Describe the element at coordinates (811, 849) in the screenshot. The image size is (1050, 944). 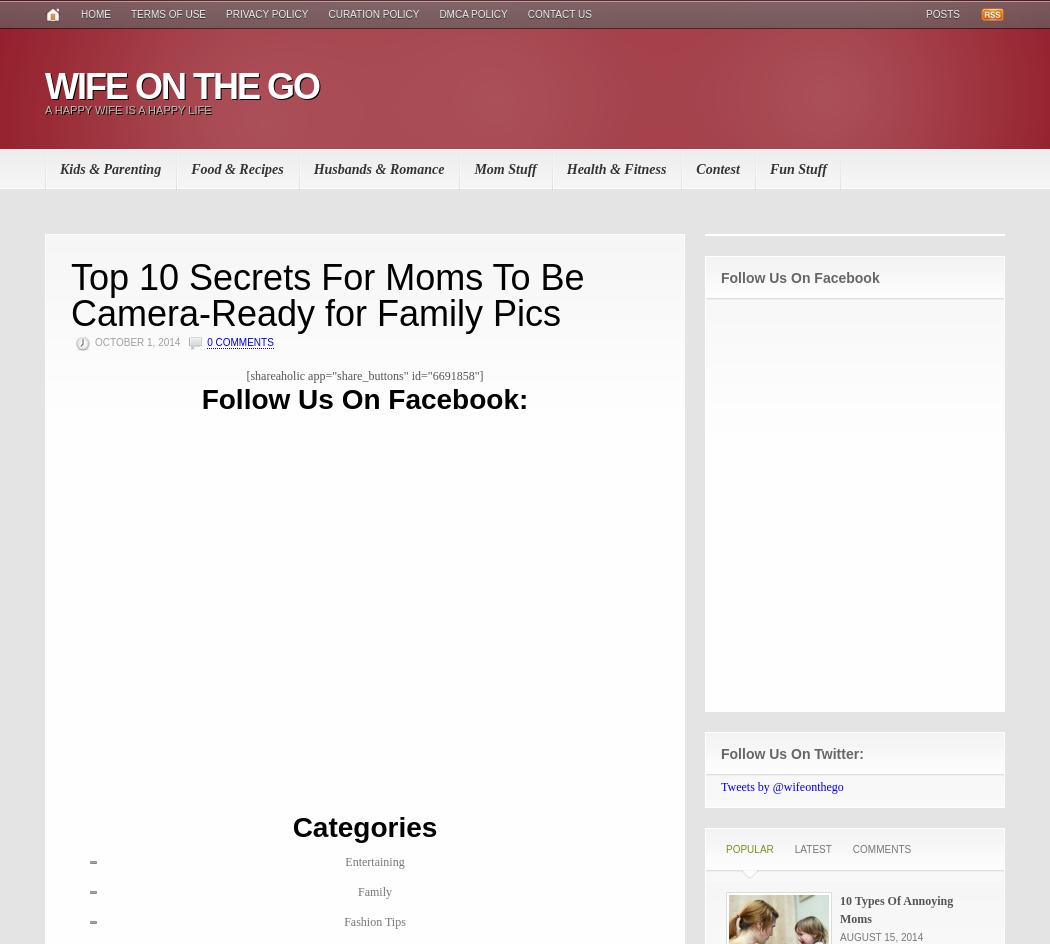
I see `'Latest'` at that location.